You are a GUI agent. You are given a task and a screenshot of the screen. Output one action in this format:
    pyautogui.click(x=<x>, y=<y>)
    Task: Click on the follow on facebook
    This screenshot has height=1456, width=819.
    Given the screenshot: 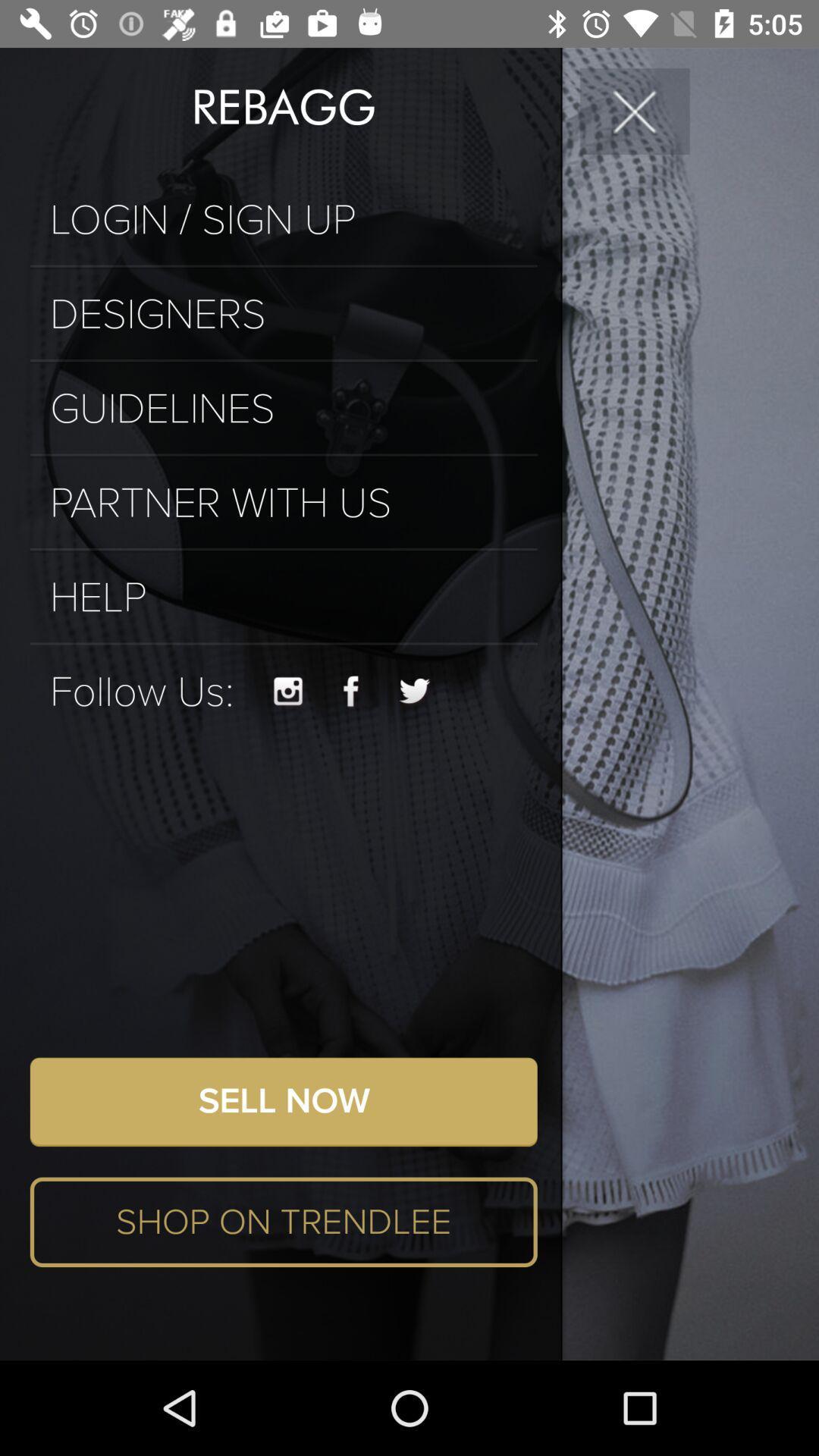 What is the action you would take?
    pyautogui.click(x=351, y=691)
    